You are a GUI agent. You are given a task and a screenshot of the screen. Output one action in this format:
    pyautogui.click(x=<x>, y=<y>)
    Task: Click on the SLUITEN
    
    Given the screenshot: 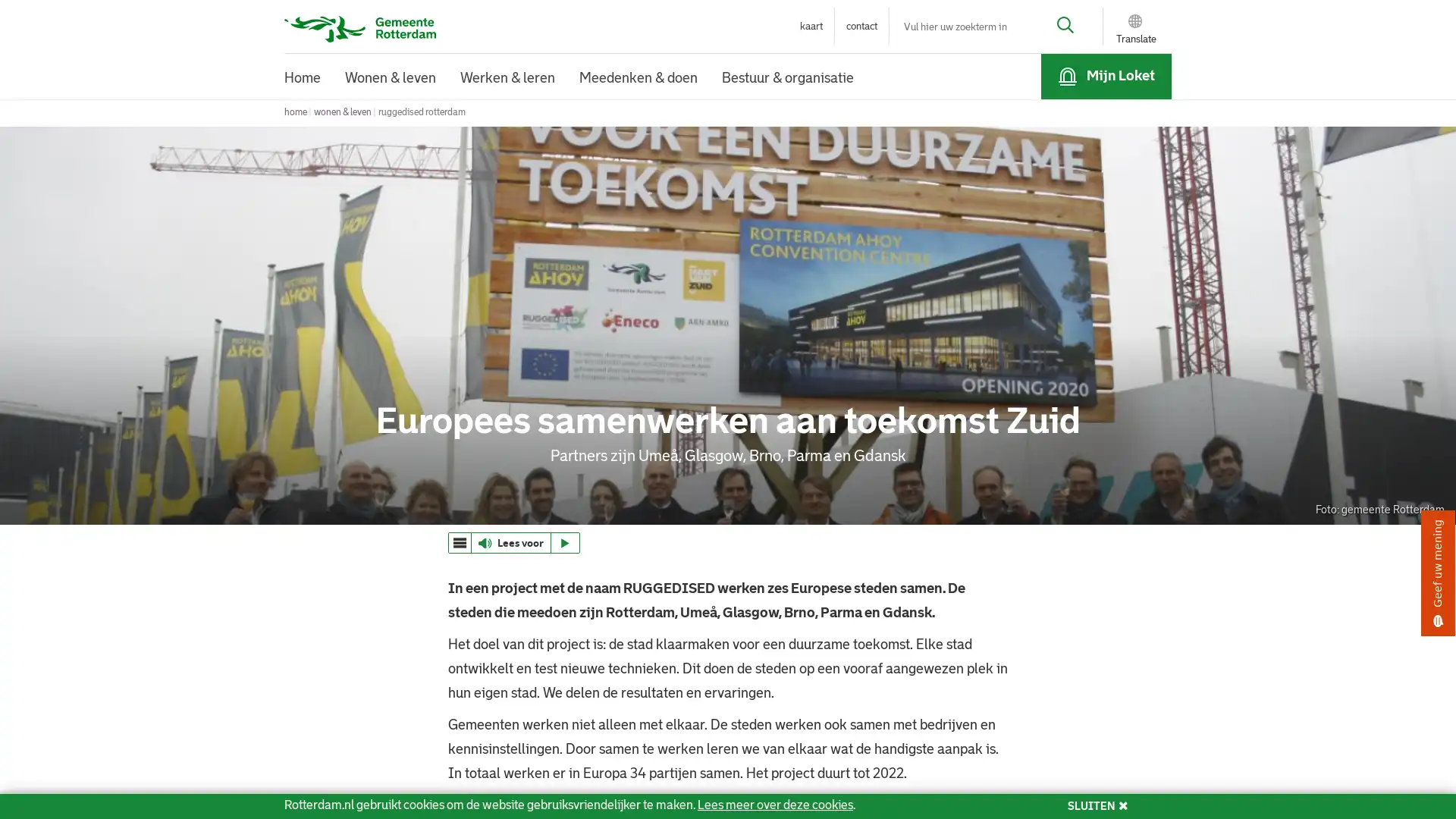 What is the action you would take?
    pyautogui.click(x=1097, y=805)
    